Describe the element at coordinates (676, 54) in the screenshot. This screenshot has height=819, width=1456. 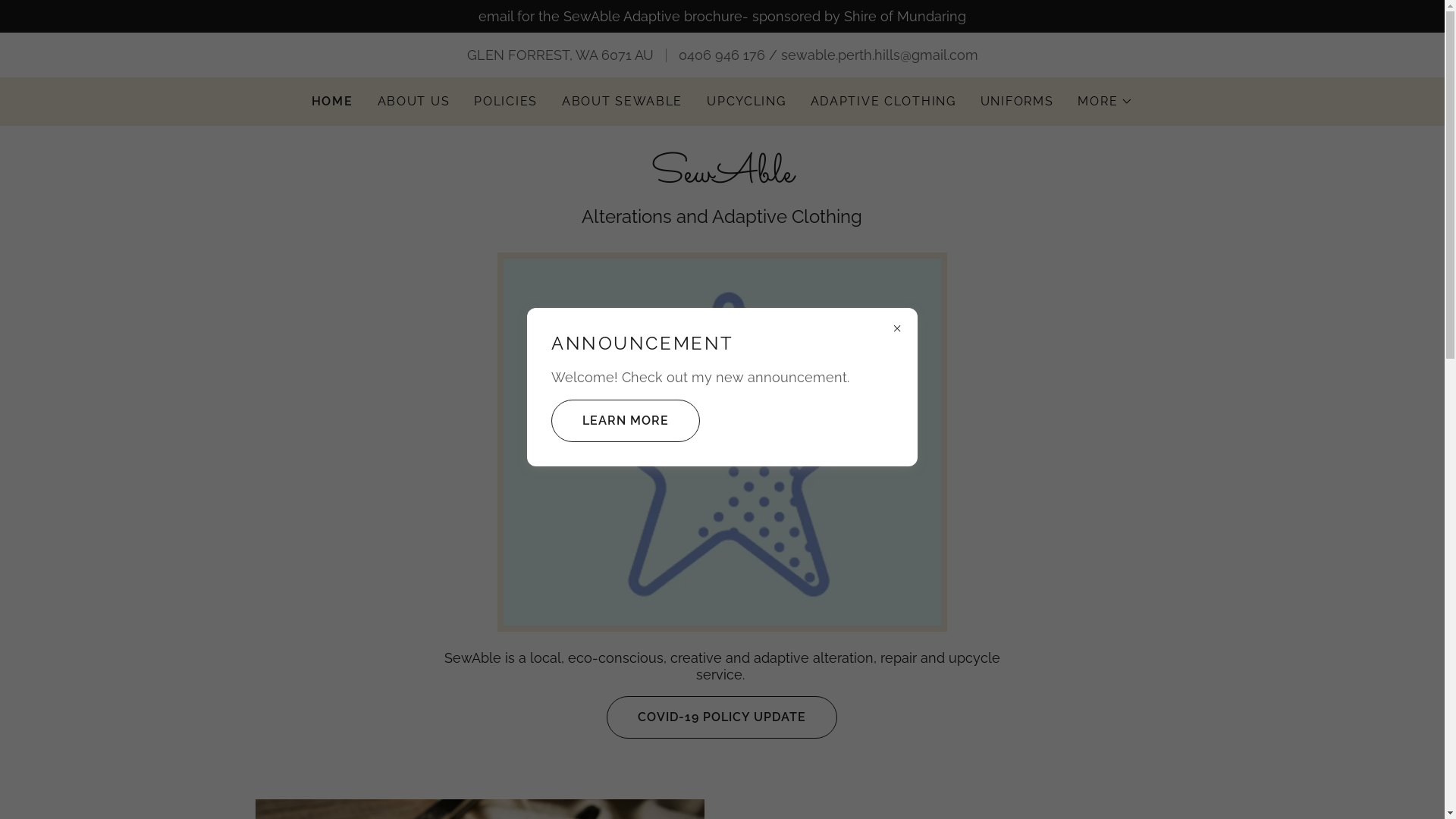
I see `'0406 946 176'` at that location.